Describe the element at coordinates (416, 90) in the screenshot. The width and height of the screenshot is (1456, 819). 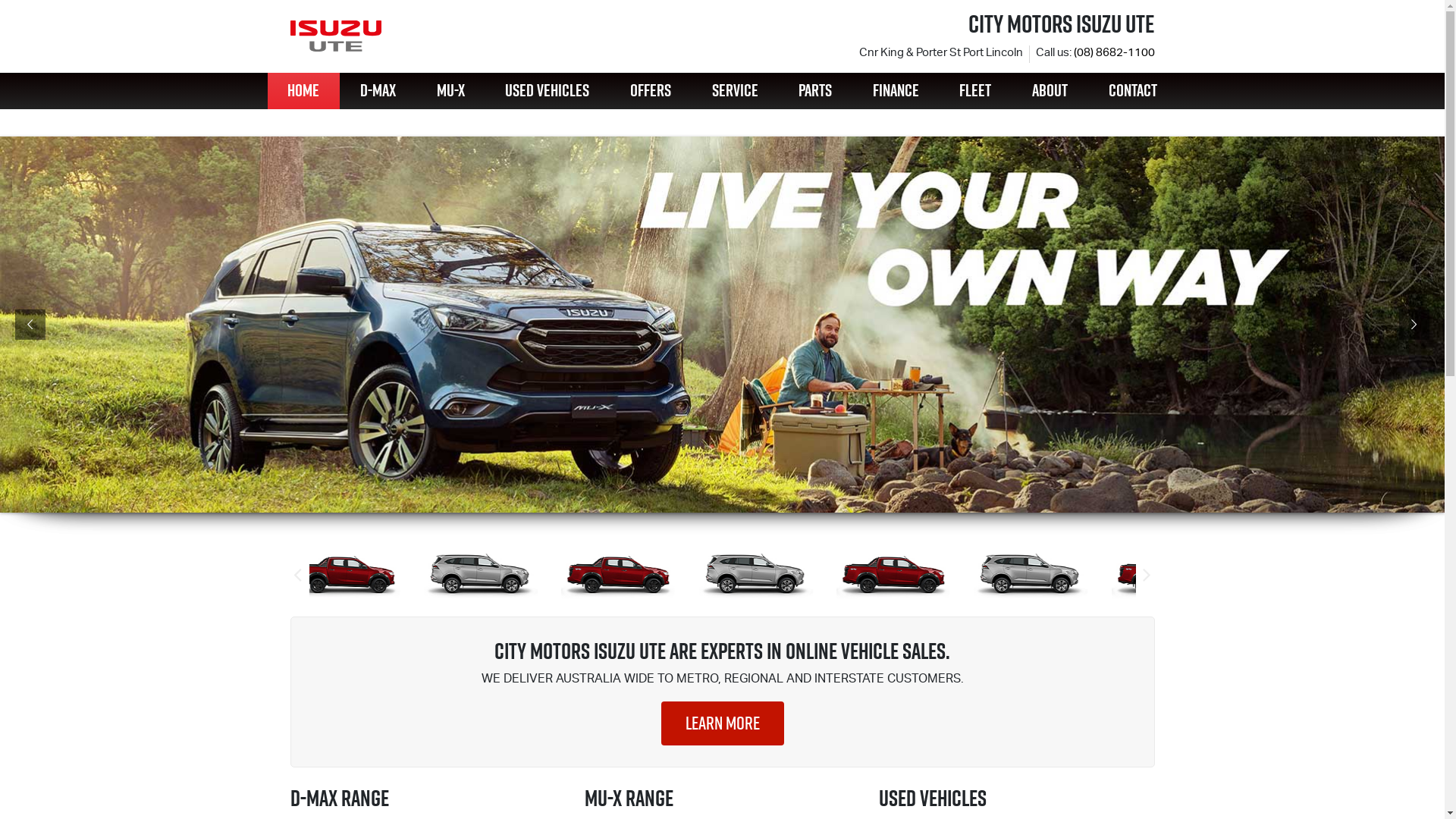
I see `'MU-X'` at that location.